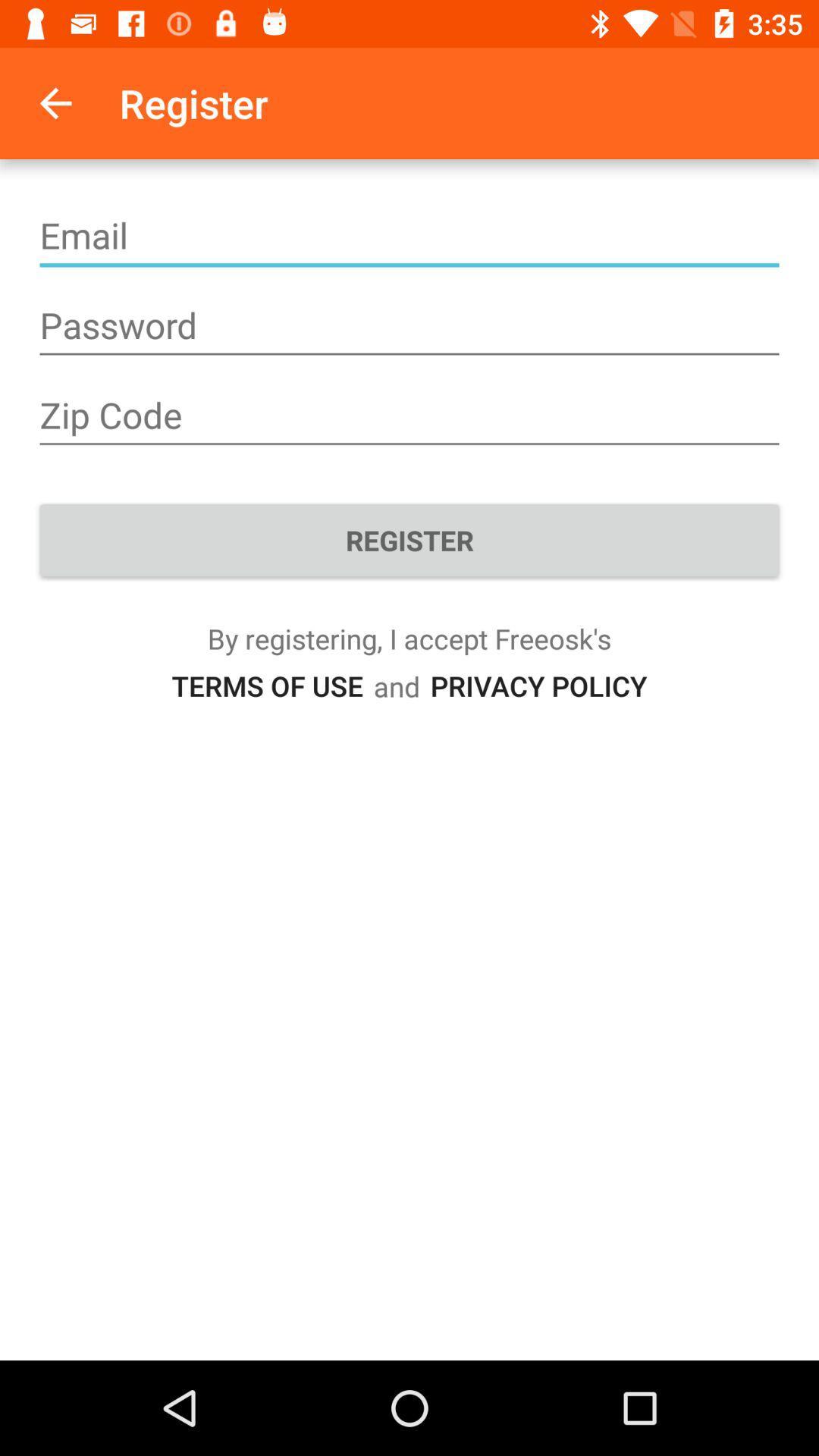 The height and width of the screenshot is (1456, 819). I want to click on the privacy policy, so click(538, 685).